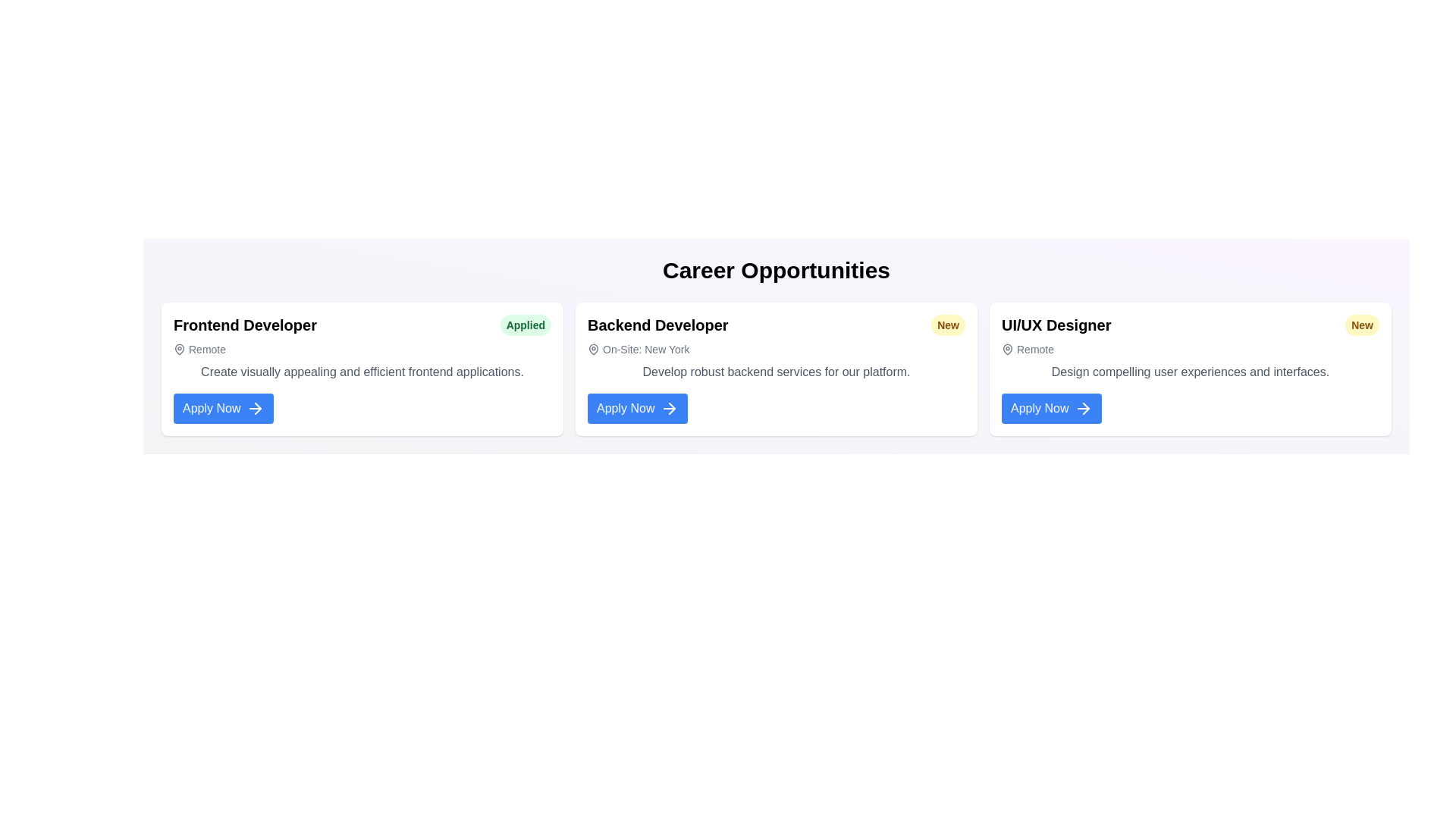 This screenshot has height=819, width=1456. What do you see at coordinates (1362, 324) in the screenshot?
I see `the 'New' badge with a yellow background located at the top-right corner of the 'UI/UX Designer' card` at bounding box center [1362, 324].